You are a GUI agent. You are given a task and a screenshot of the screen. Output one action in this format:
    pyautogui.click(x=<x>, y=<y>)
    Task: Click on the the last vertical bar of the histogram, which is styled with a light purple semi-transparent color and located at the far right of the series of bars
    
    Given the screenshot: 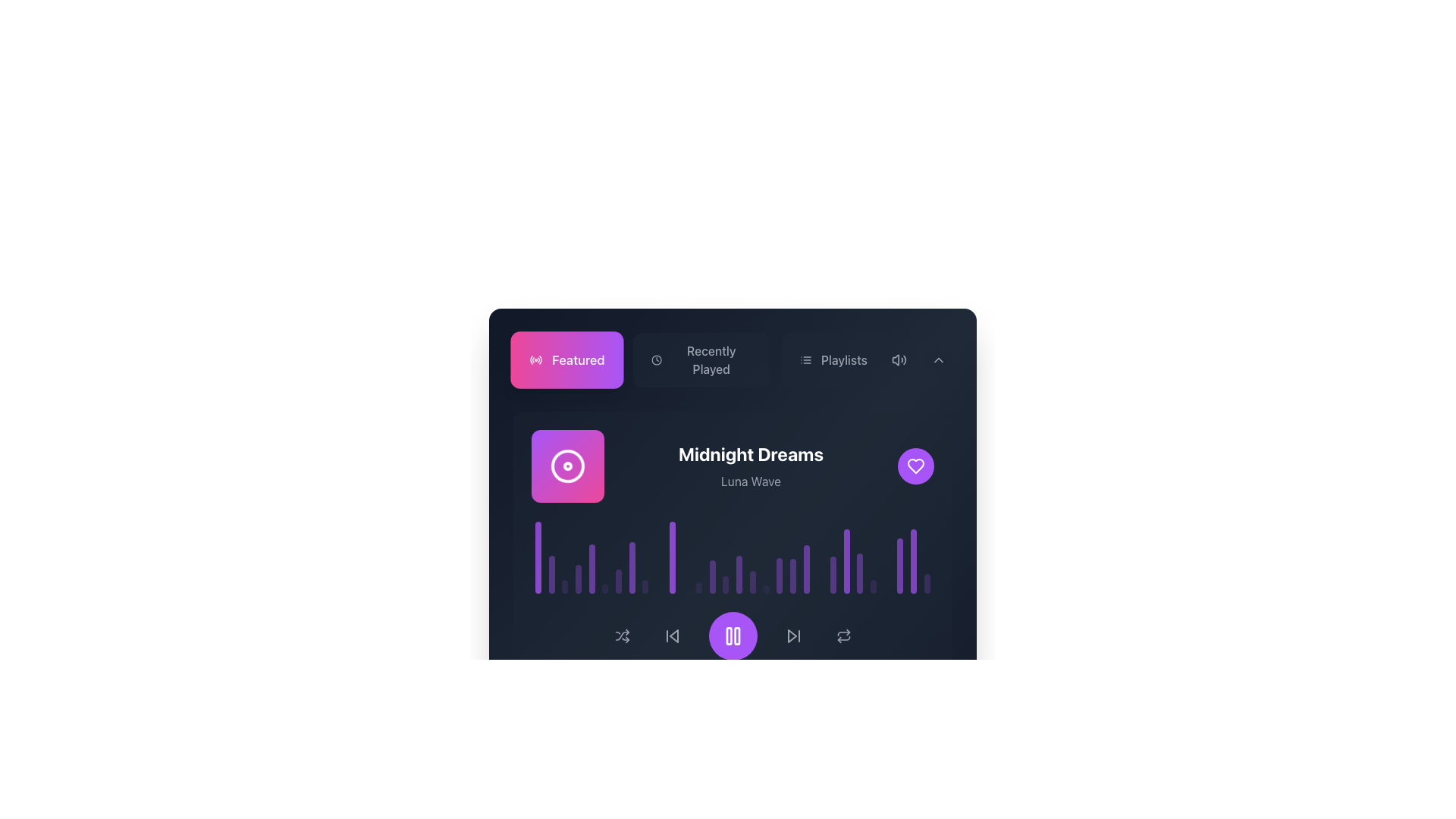 What is the action you would take?
    pyautogui.click(x=926, y=582)
    